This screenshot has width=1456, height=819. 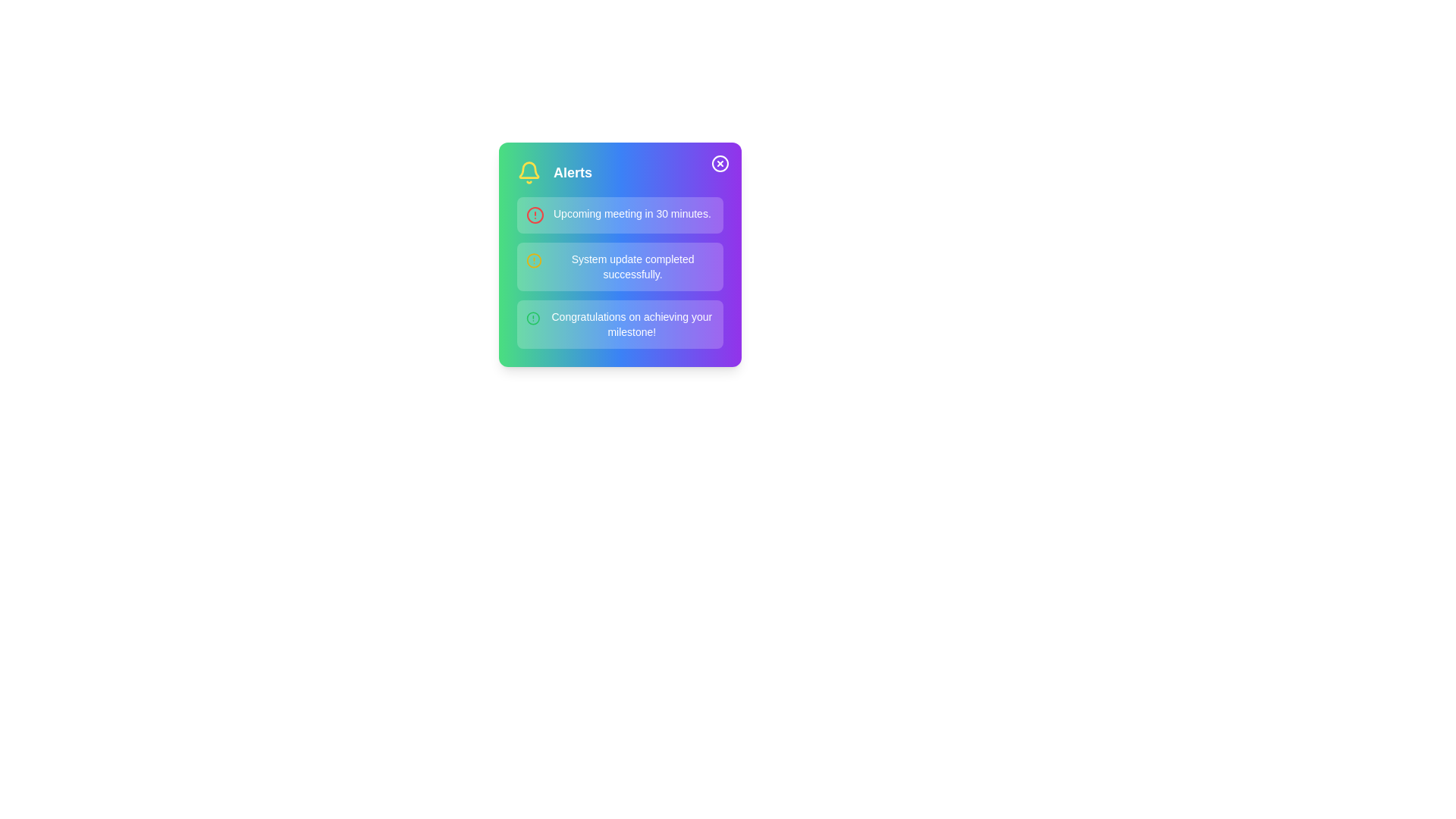 I want to click on the yellow bell-shaped icon located at the upper-left corner of the notification card, above the text 'Alerts', so click(x=529, y=170).